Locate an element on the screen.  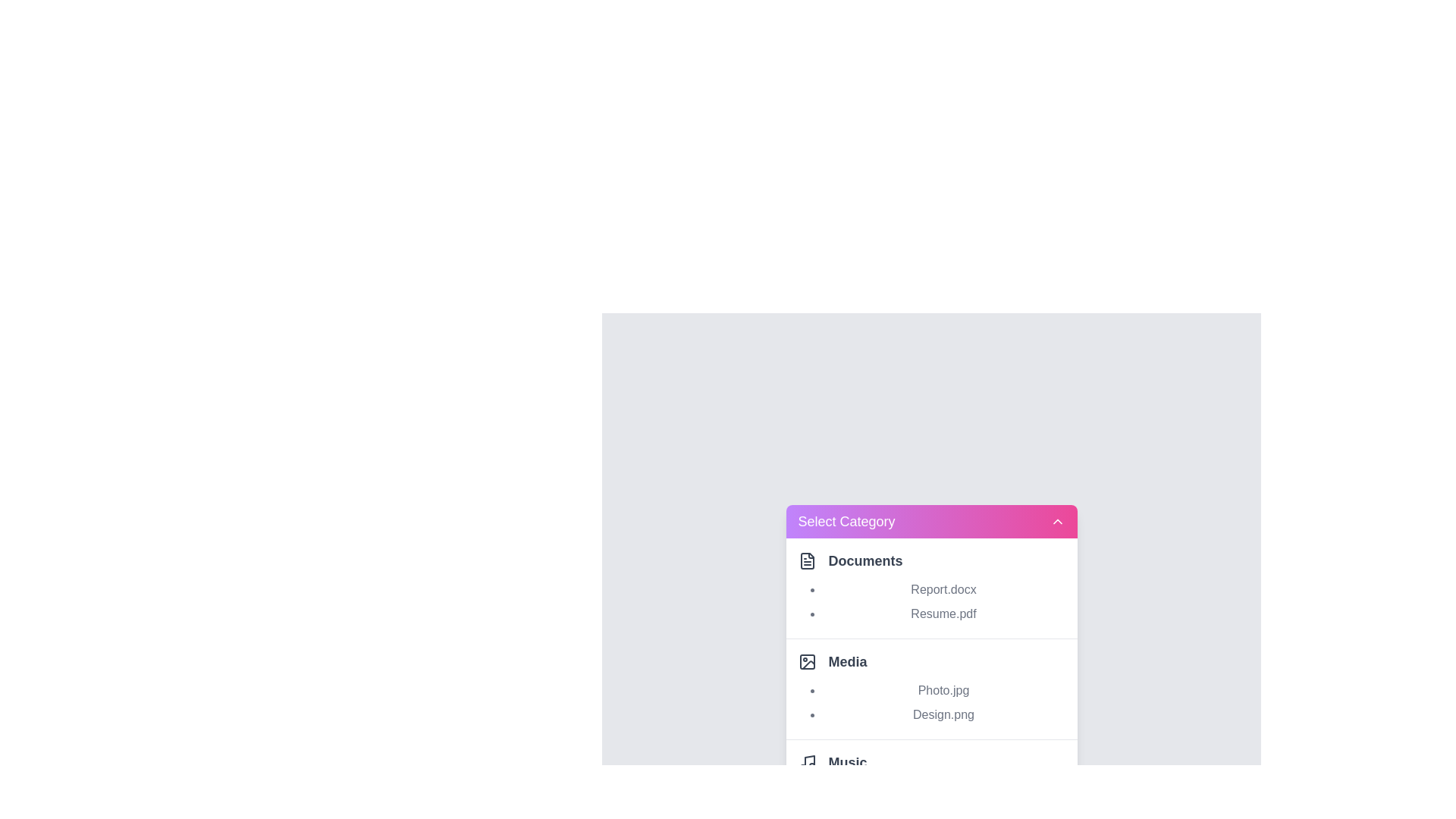
the text label identifying the media file 'Design.png' located under the 'Media' category list, which is positioned below 'Photo.jpg' is located at coordinates (943, 714).